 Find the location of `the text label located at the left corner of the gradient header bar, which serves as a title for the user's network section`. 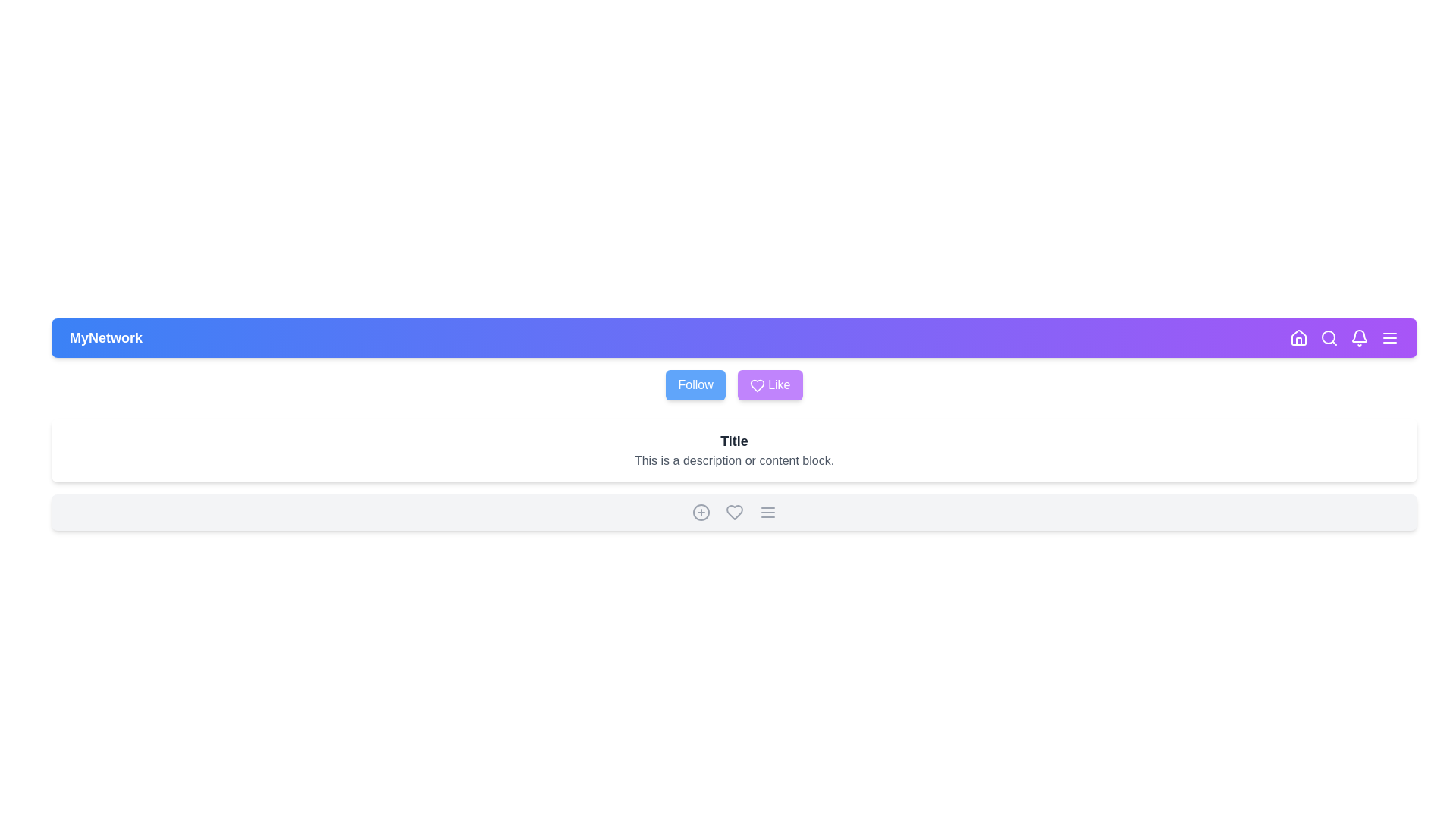

the text label located at the left corner of the gradient header bar, which serves as a title for the user's network section is located at coordinates (105, 337).